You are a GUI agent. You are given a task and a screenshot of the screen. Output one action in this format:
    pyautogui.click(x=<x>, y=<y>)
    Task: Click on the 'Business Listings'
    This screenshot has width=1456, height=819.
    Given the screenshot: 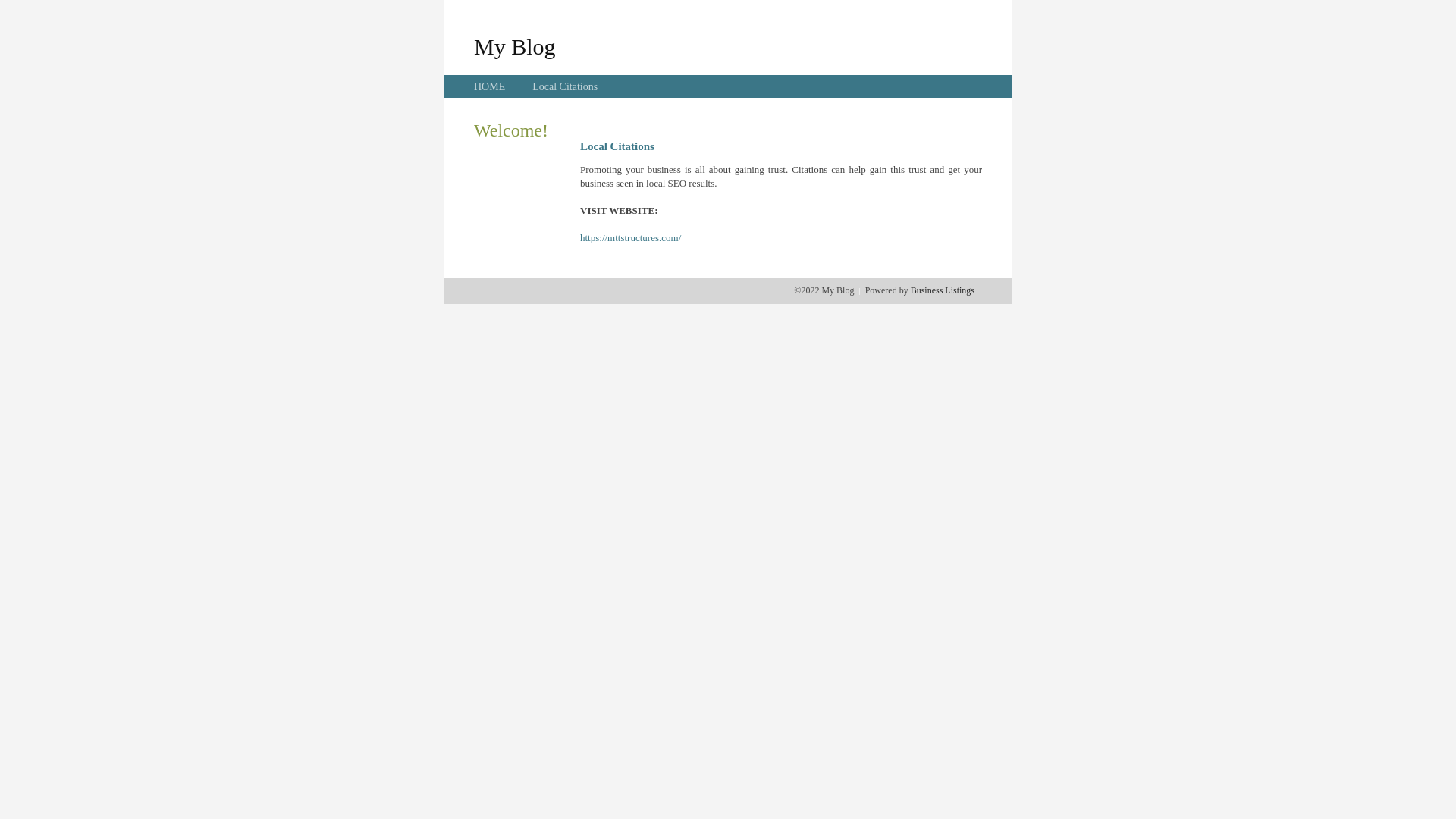 What is the action you would take?
    pyautogui.click(x=942, y=290)
    